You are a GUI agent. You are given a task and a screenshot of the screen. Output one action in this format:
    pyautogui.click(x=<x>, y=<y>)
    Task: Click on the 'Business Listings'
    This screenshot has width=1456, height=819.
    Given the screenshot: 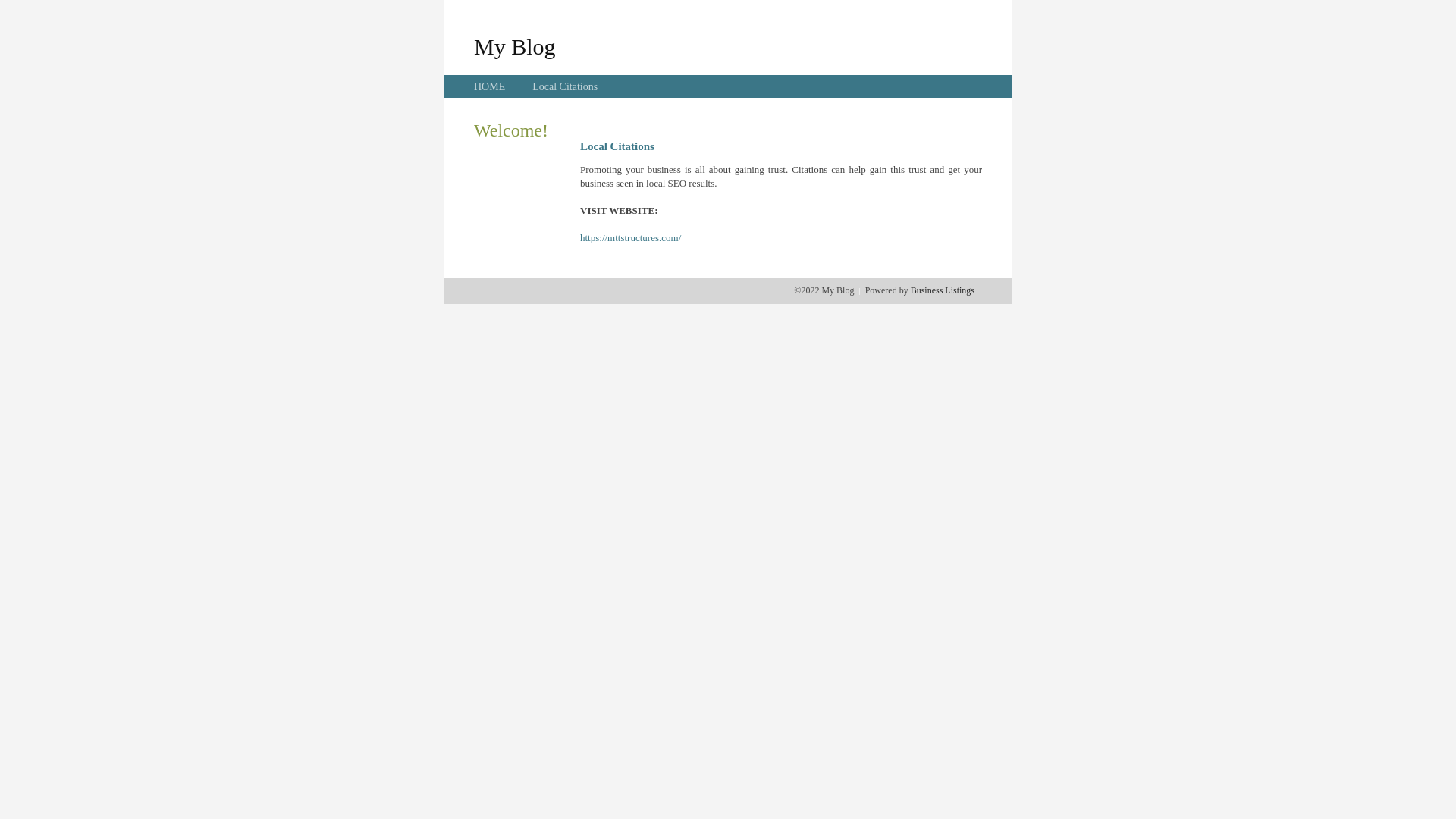 What is the action you would take?
    pyautogui.click(x=942, y=290)
    